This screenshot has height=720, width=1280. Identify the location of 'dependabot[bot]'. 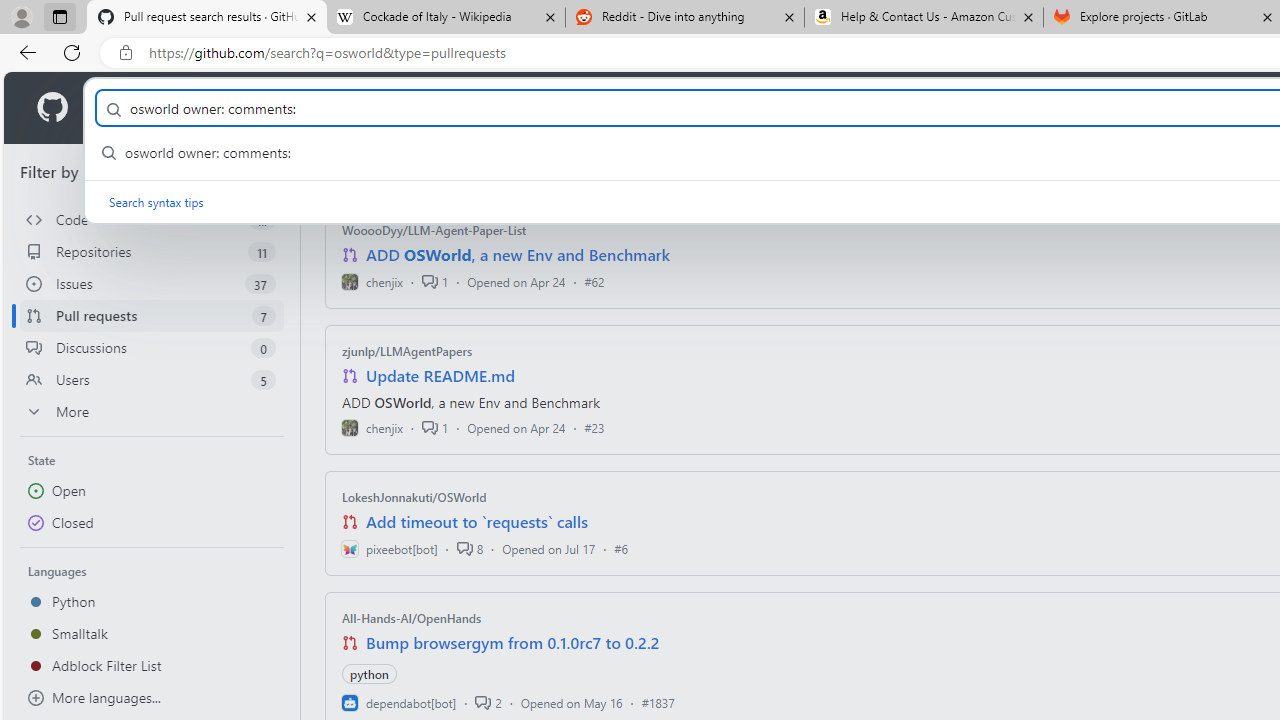
(399, 701).